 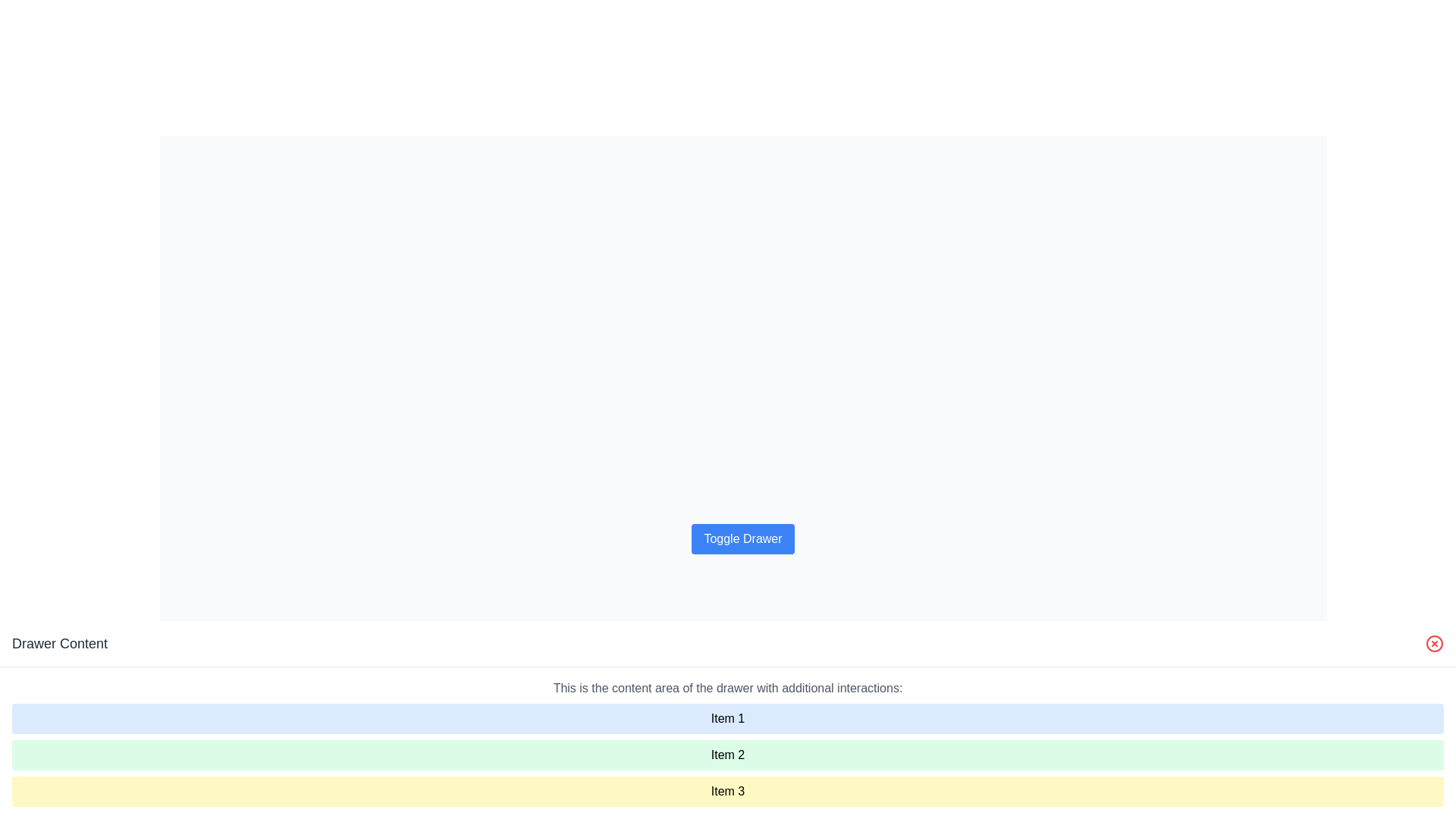 What do you see at coordinates (728, 755) in the screenshot?
I see `the non-interactive list item with the text 'Item 2', which has a green rounded background and is visually distinct among its siblings` at bounding box center [728, 755].